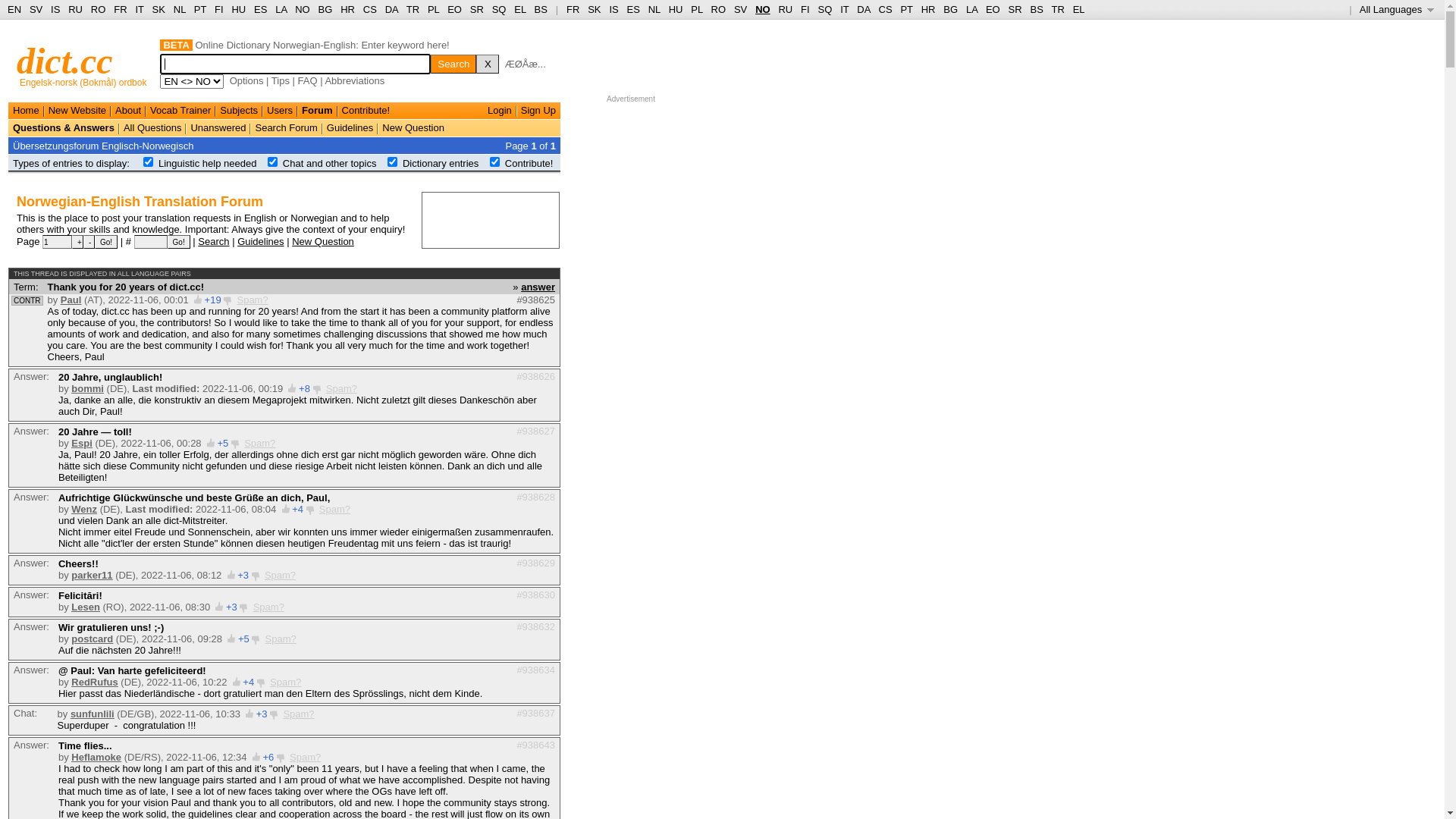  I want to click on '+3', so click(236, 575).